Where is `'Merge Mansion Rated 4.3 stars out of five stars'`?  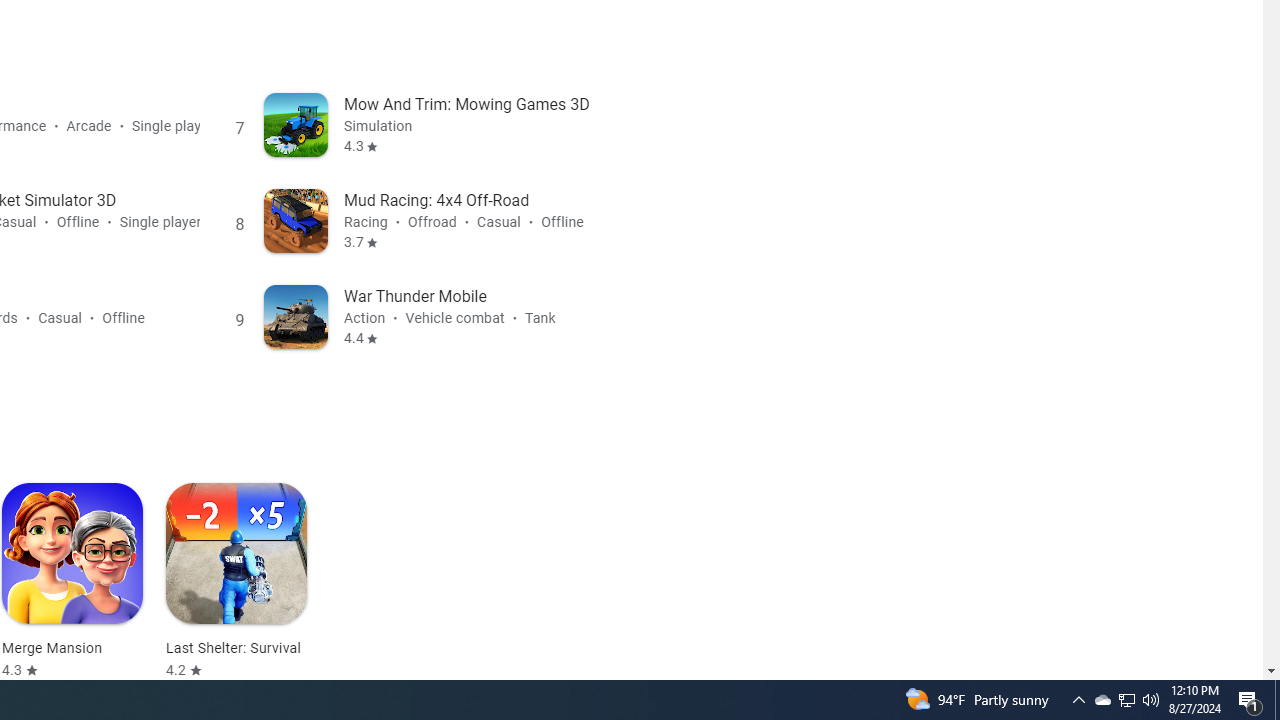
'Merge Mansion Rated 4.3 stars out of five stars' is located at coordinates (72, 581).